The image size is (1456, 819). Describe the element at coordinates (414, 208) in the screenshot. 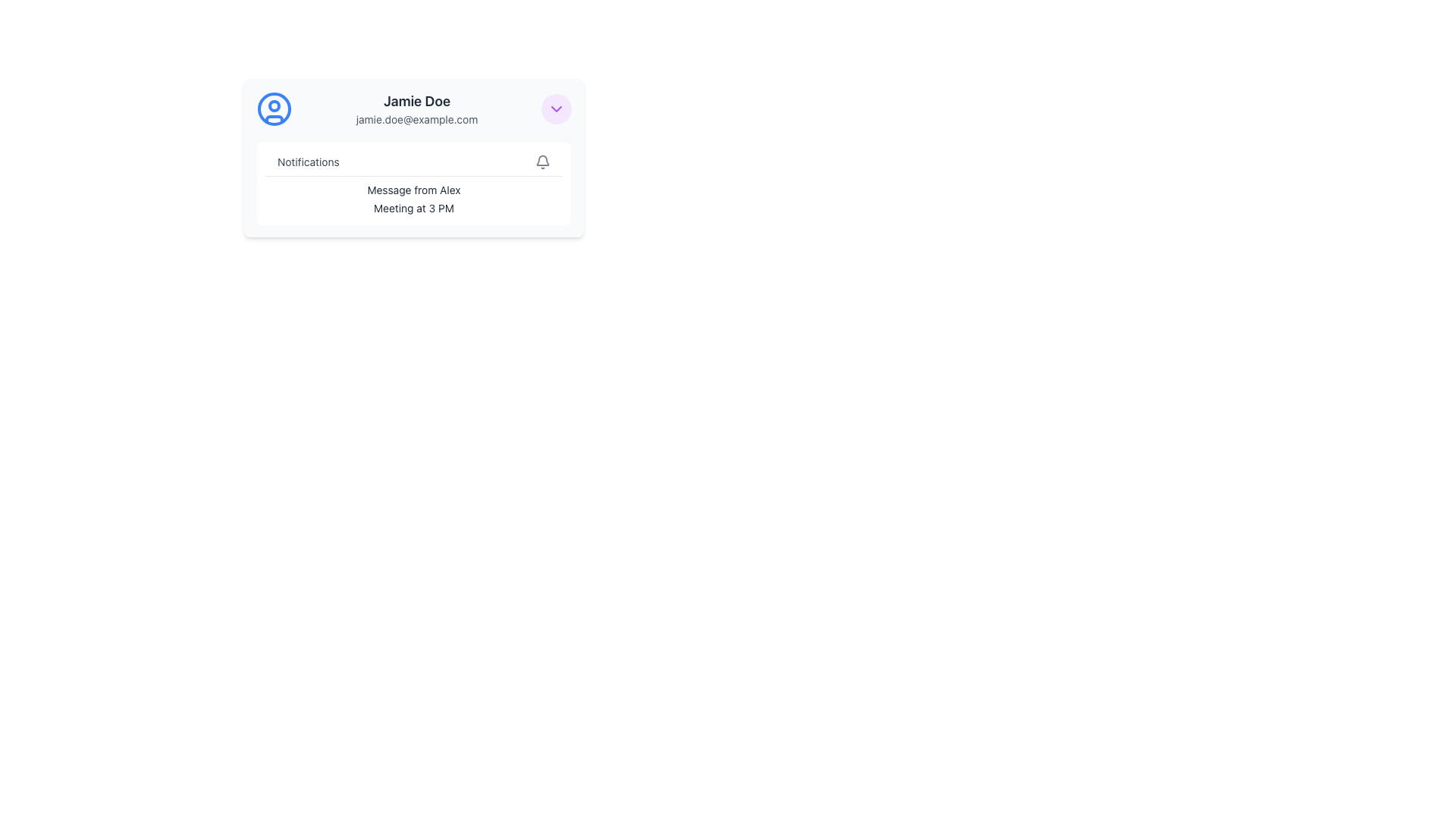

I see `text label that says 'Meeting at 3 PM', which is the second line of text within the notification card, located beneath 'Message from Alex'` at that location.